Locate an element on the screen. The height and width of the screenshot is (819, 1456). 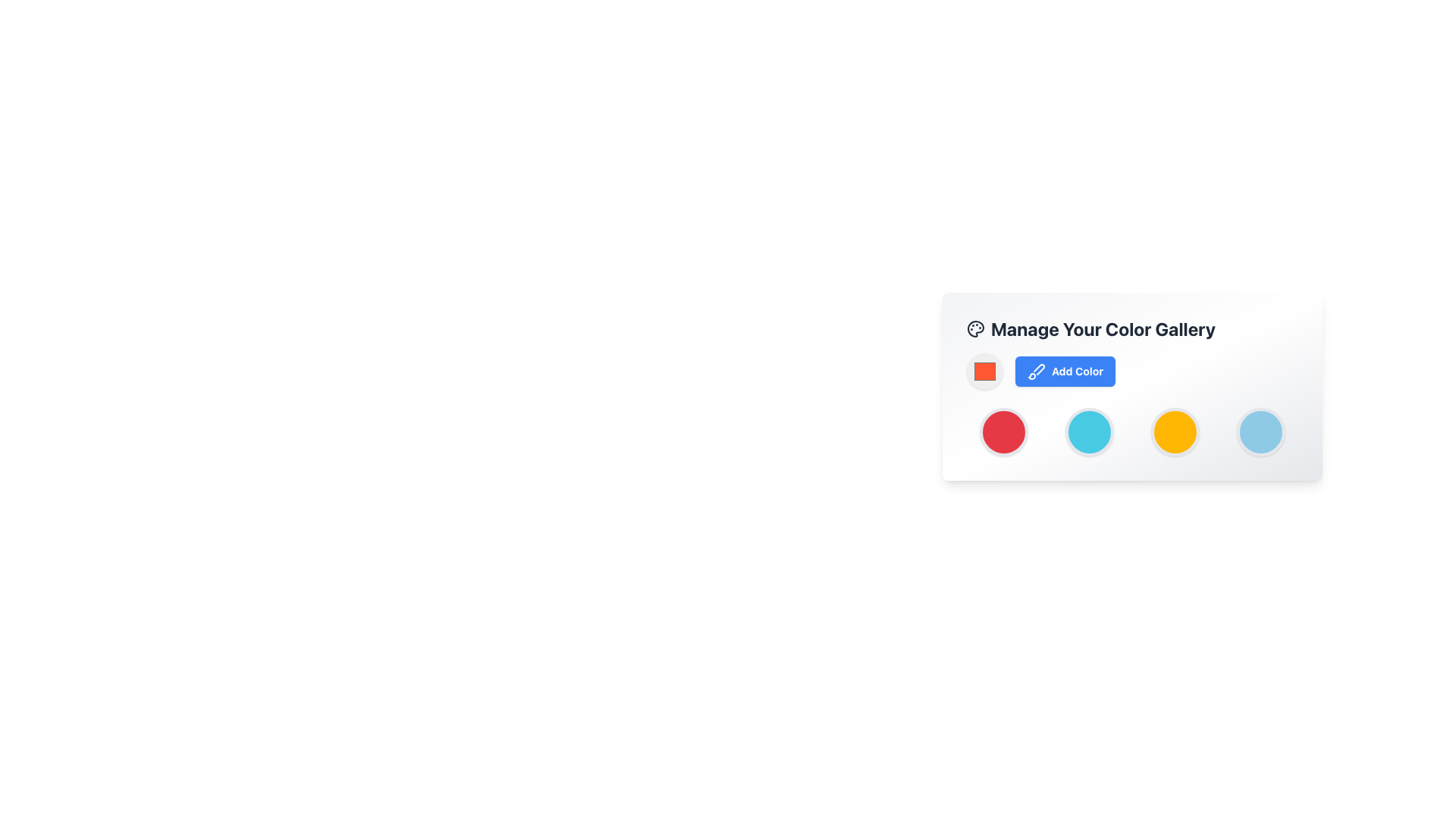
the yellow circular button in the color gallery grid is located at coordinates (1175, 432).